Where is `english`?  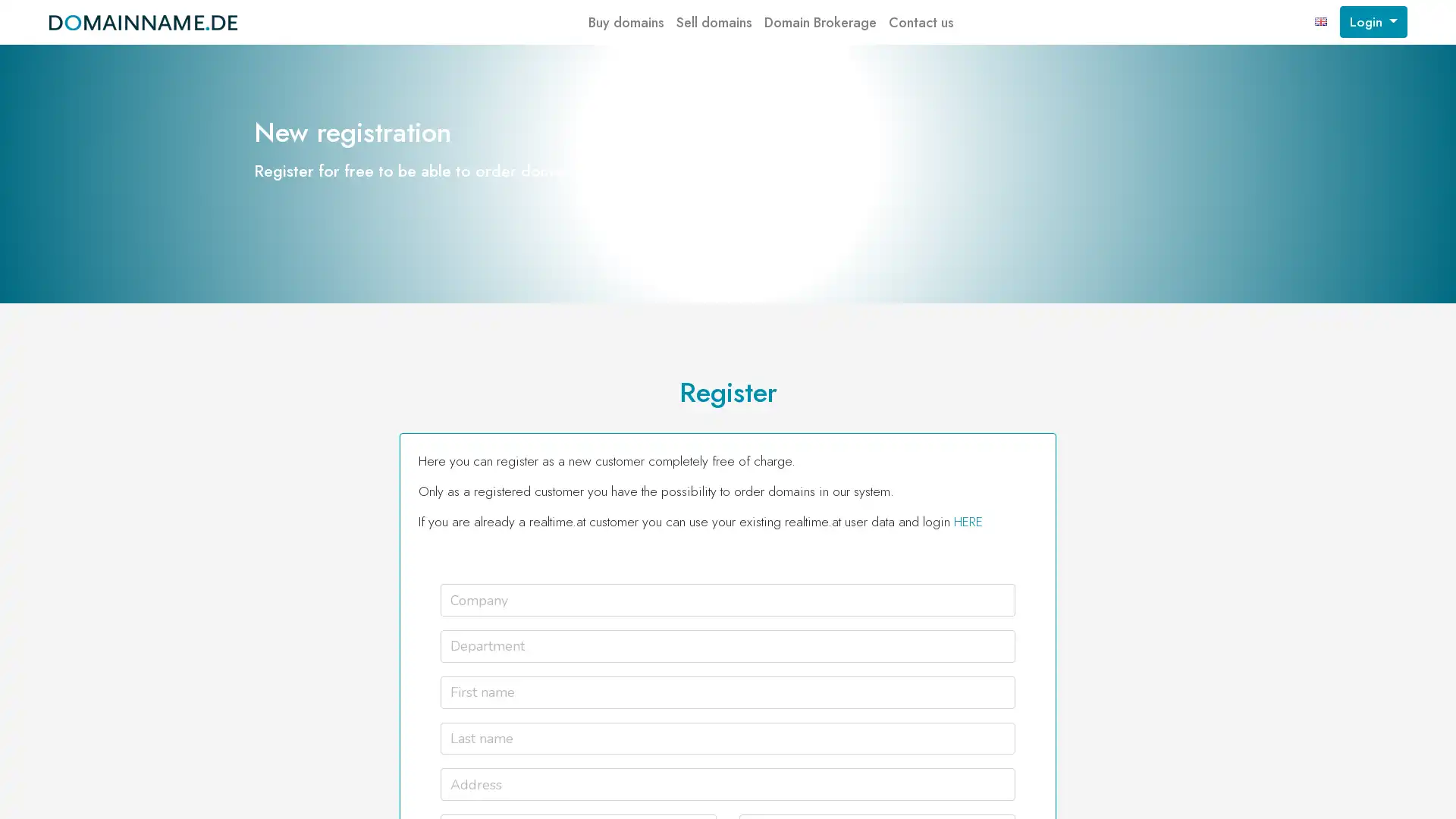 english is located at coordinates (1320, 22).